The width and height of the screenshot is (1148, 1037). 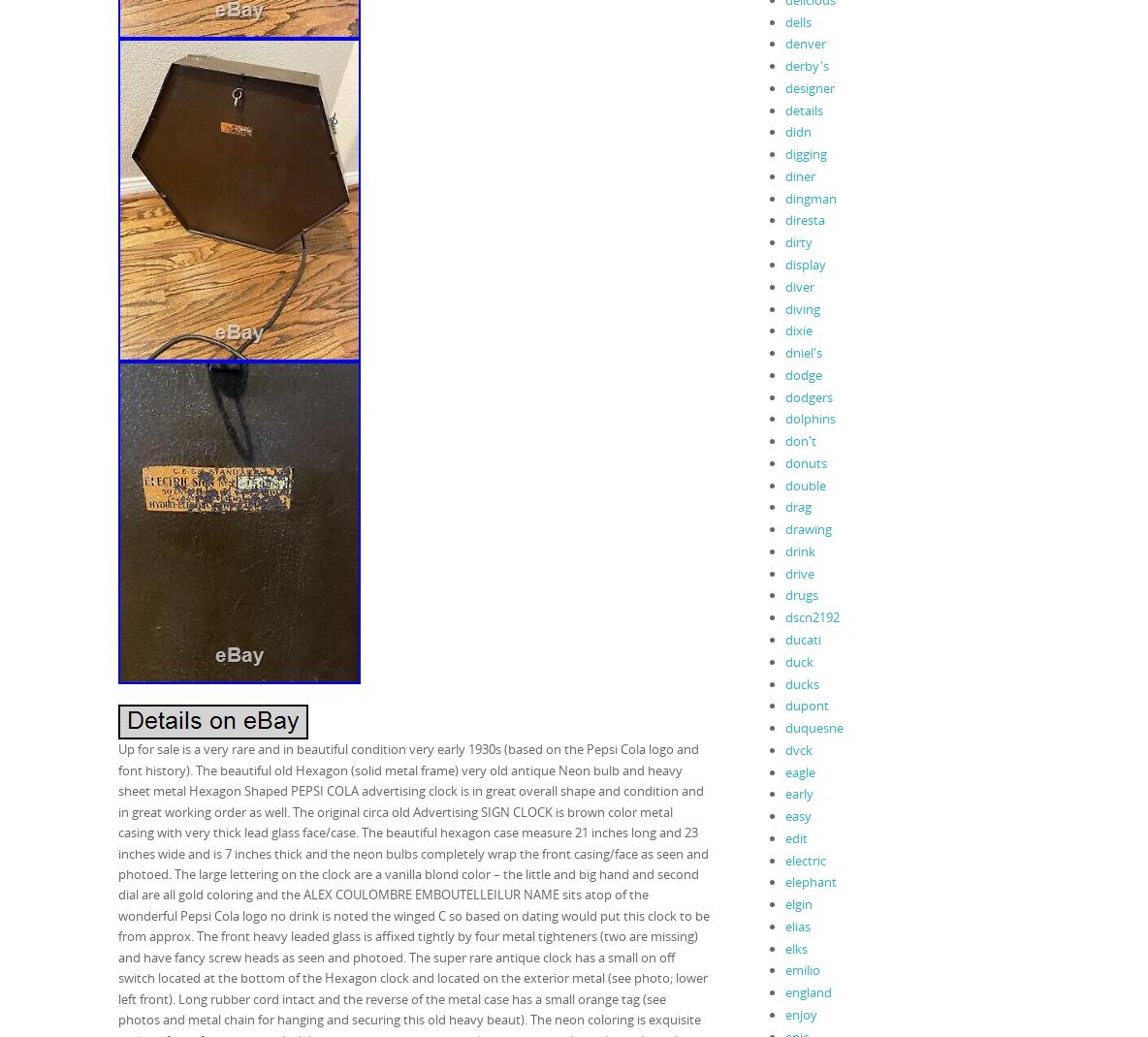 What do you see at coordinates (799, 174) in the screenshot?
I see `'diner'` at bounding box center [799, 174].